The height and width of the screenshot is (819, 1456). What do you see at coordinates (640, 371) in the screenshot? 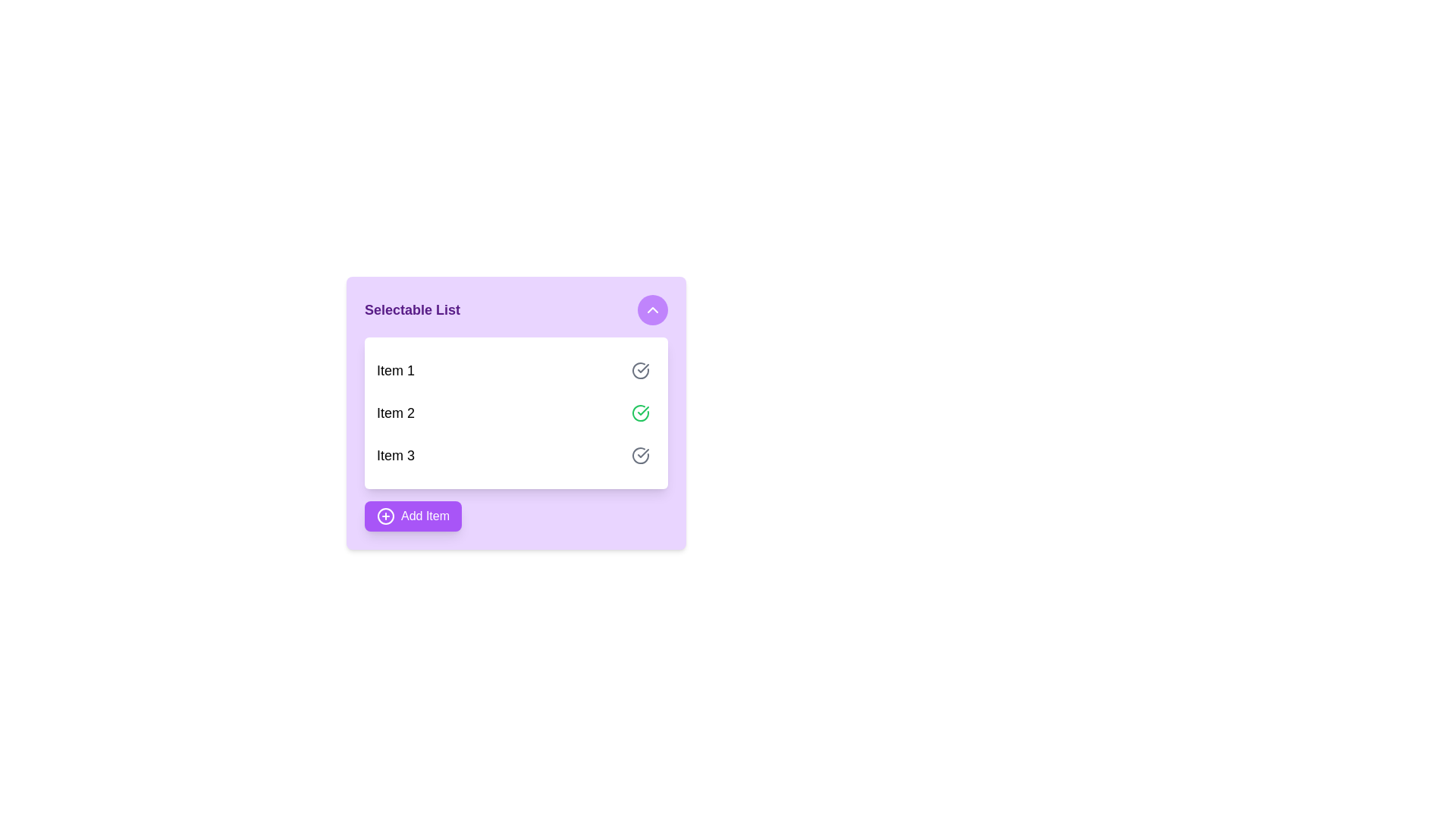
I see `the third icon in the row beside the text 'Item 3', located in the lower part of the list, which serves as a visual indicator for confirming or marking something as complete` at bounding box center [640, 371].